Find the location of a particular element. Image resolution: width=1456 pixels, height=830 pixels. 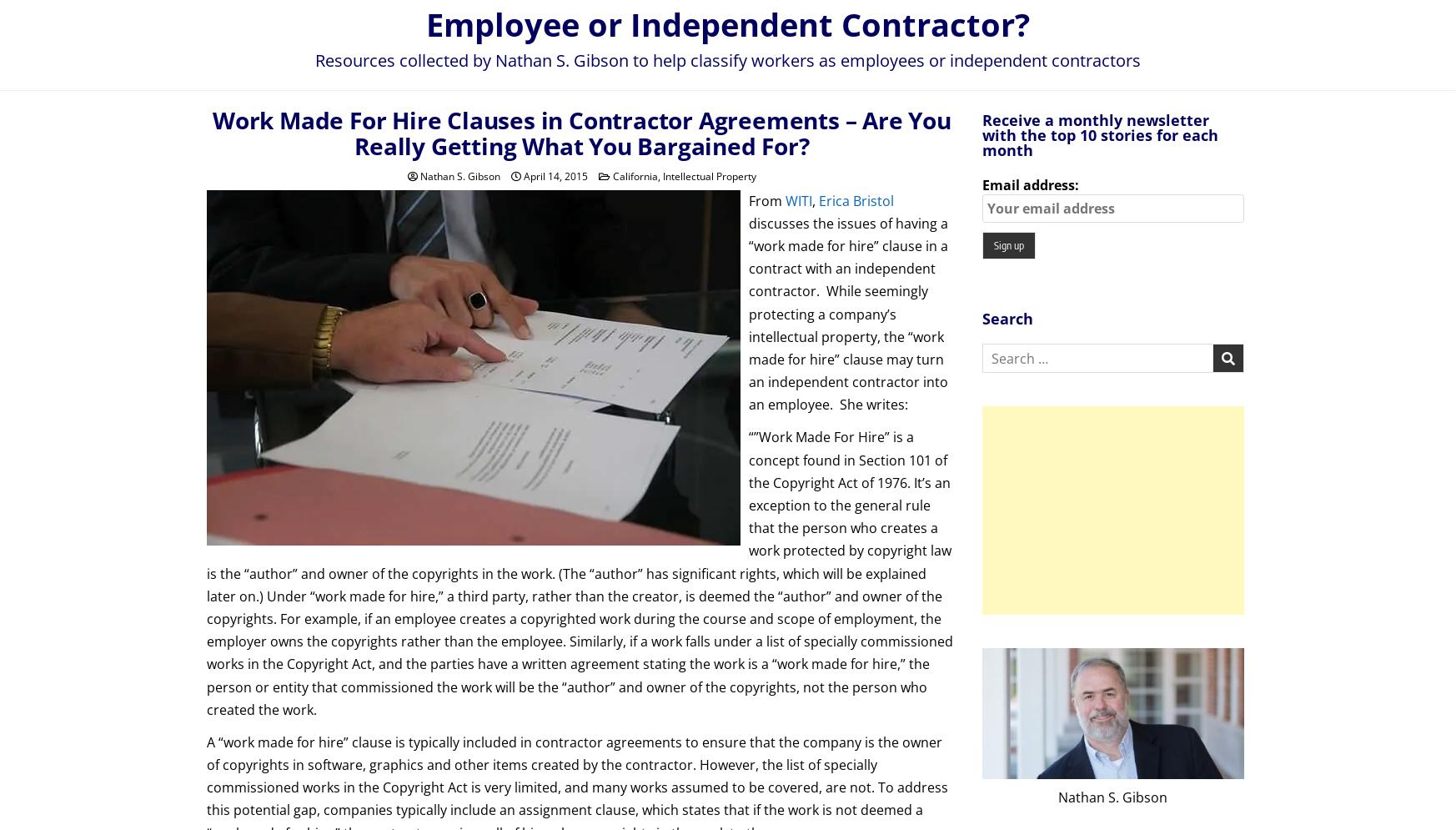

'Employee or Independent Contractor?' is located at coordinates (728, 23).